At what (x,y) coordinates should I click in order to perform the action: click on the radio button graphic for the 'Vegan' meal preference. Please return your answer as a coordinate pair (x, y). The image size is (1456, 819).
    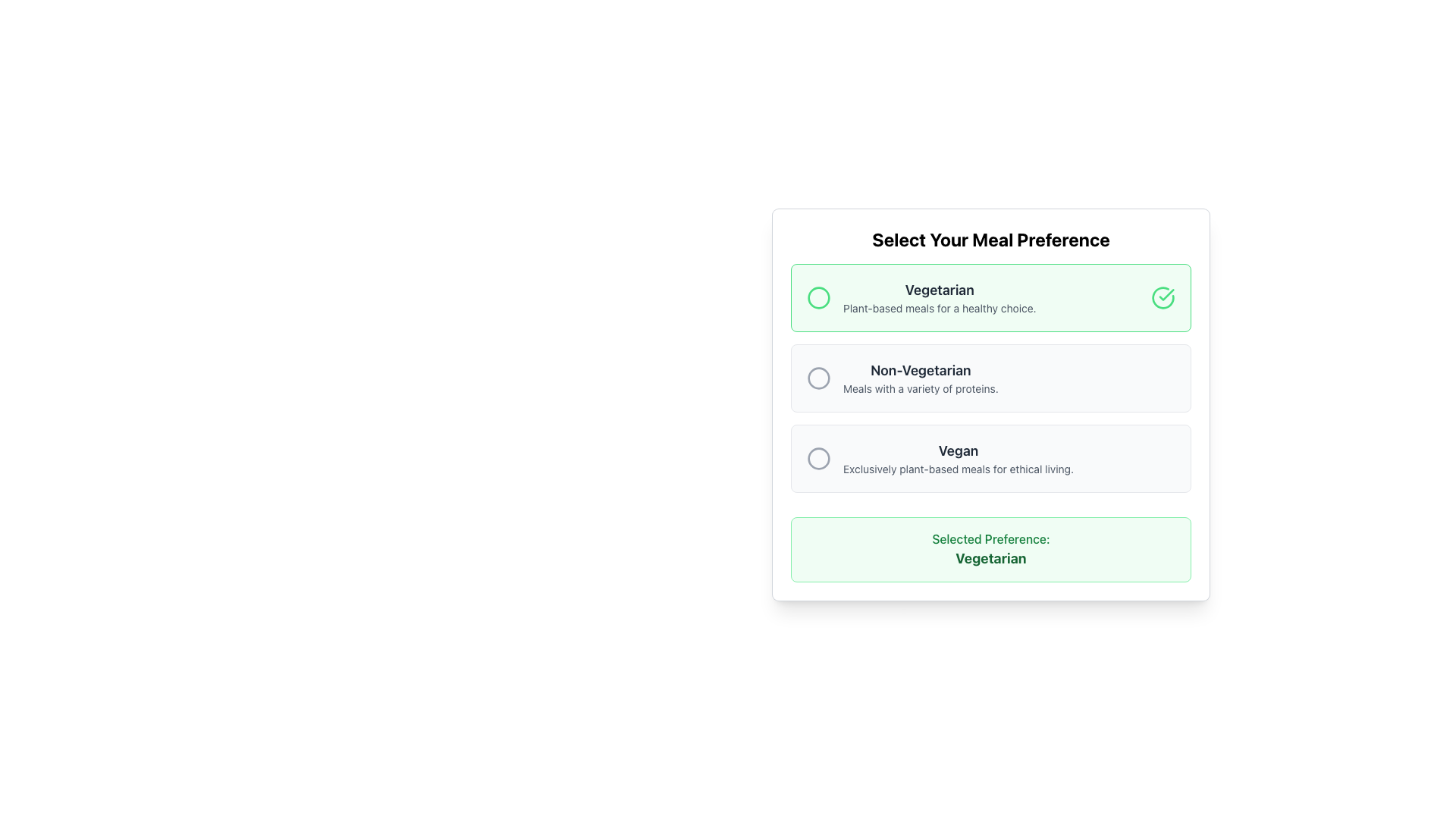
    Looking at the image, I should click on (818, 458).